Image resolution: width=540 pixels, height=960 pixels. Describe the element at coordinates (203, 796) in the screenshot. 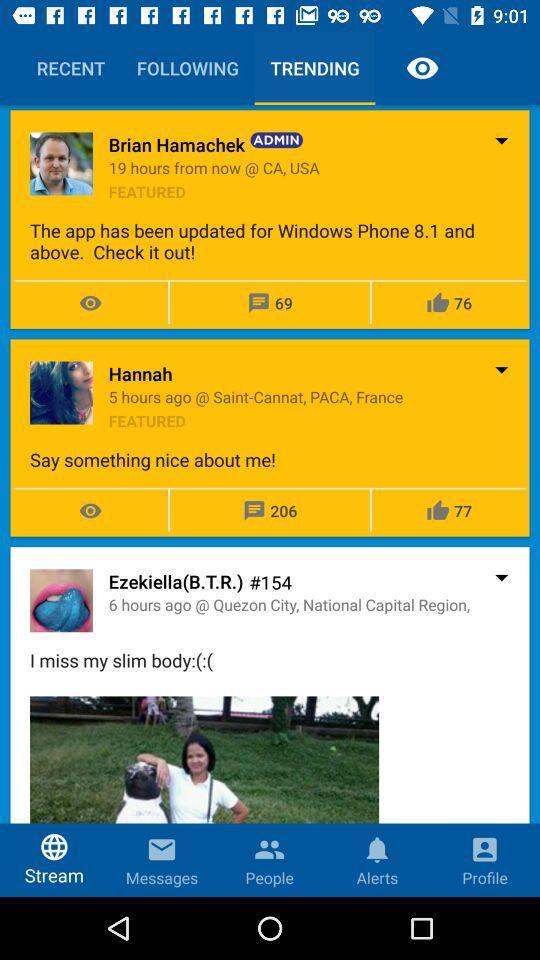

I see `the item below the i miss my icon` at that location.